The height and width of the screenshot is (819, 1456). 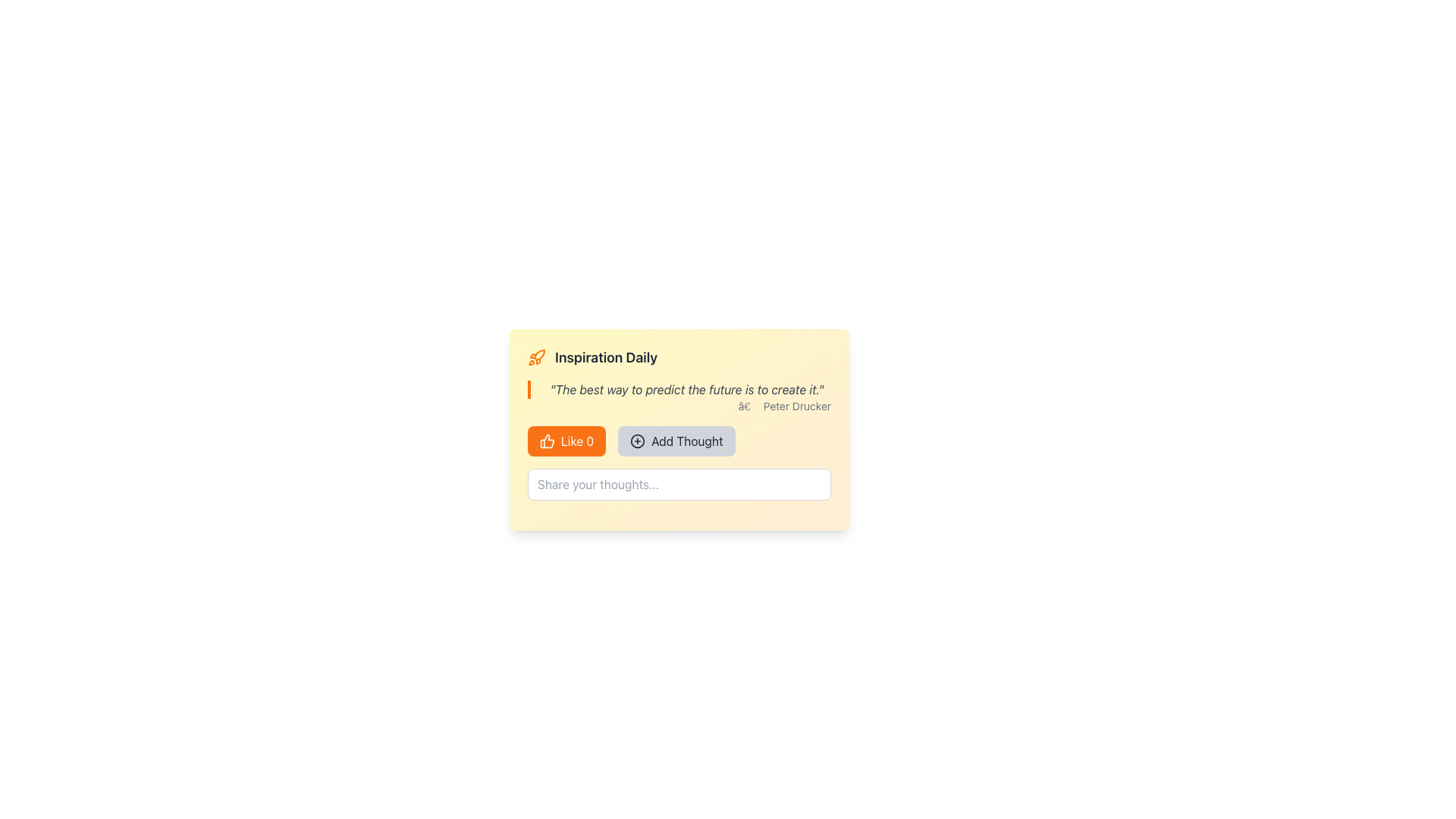 I want to click on the icon located on the left side of the 'Add Thought' button, so click(x=638, y=441).